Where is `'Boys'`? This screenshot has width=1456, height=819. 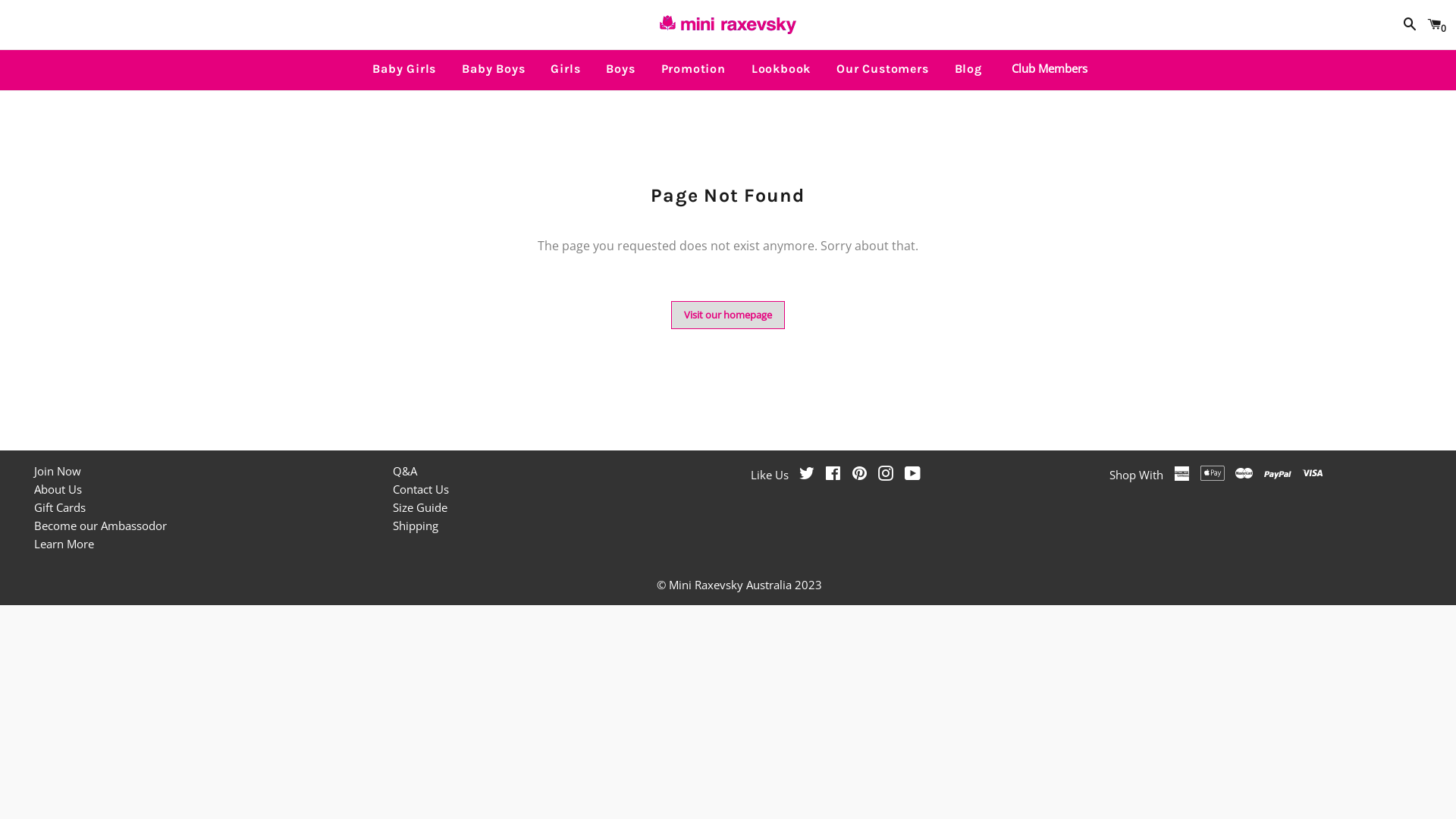
'Boys' is located at coordinates (620, 69).